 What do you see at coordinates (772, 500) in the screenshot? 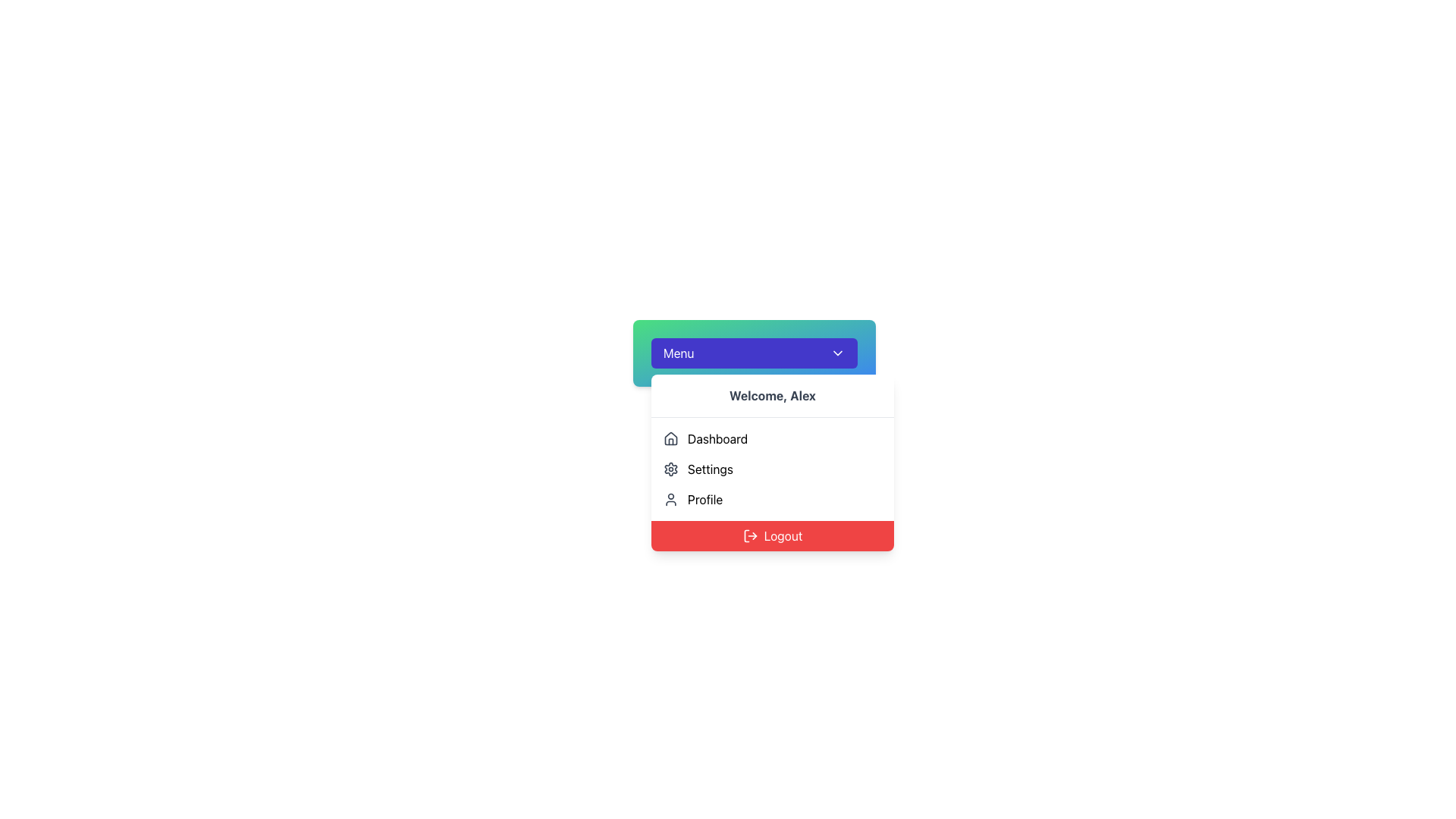
I see `the 'Profile' menu option, which is the third item in the vertical menu list, to trigger a visual effect` at bounding box center [772, 500].